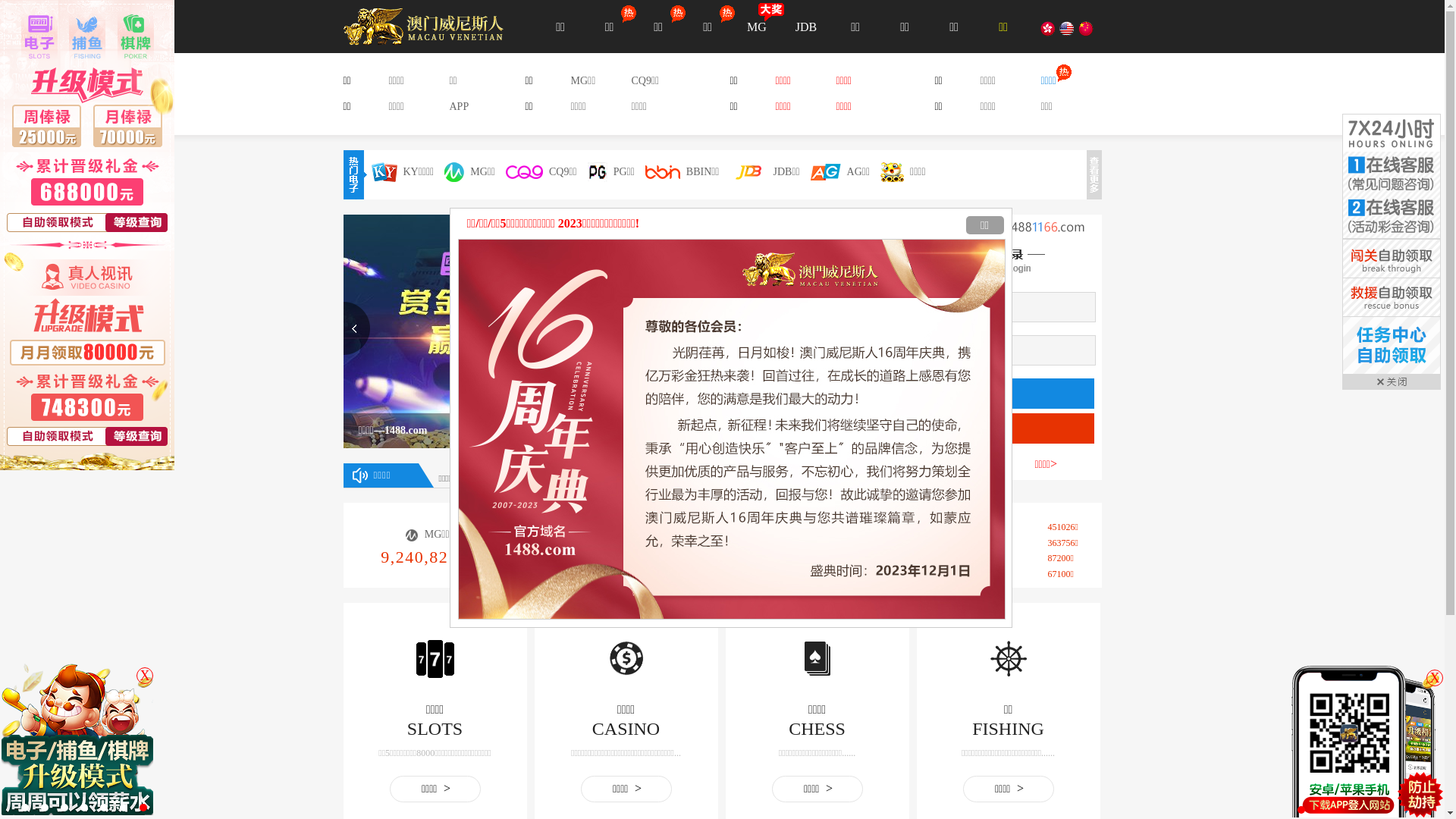  I want to click on 'APP', so click(457, 105).